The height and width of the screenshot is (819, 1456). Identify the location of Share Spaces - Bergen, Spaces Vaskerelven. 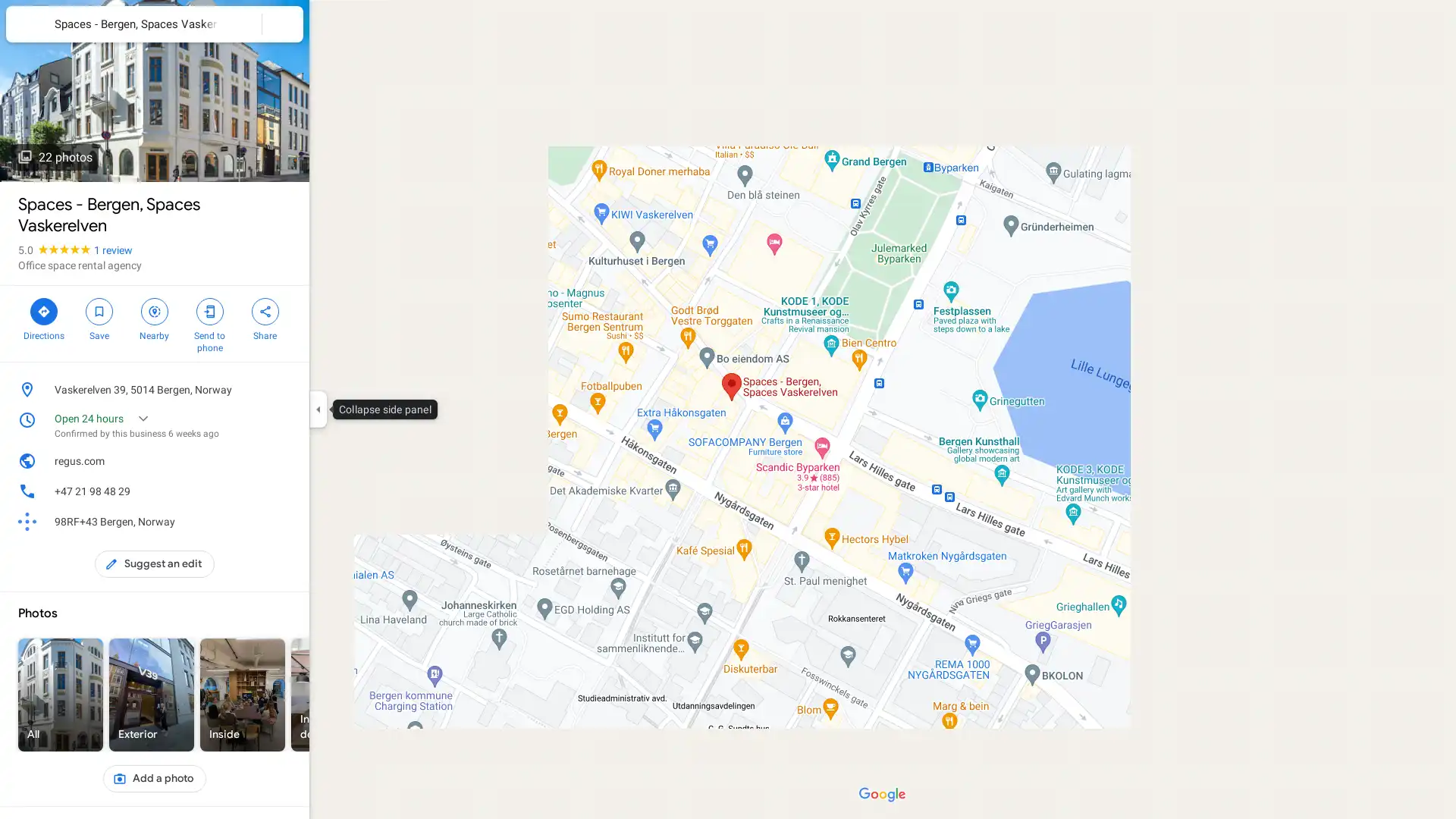
(265, 317).